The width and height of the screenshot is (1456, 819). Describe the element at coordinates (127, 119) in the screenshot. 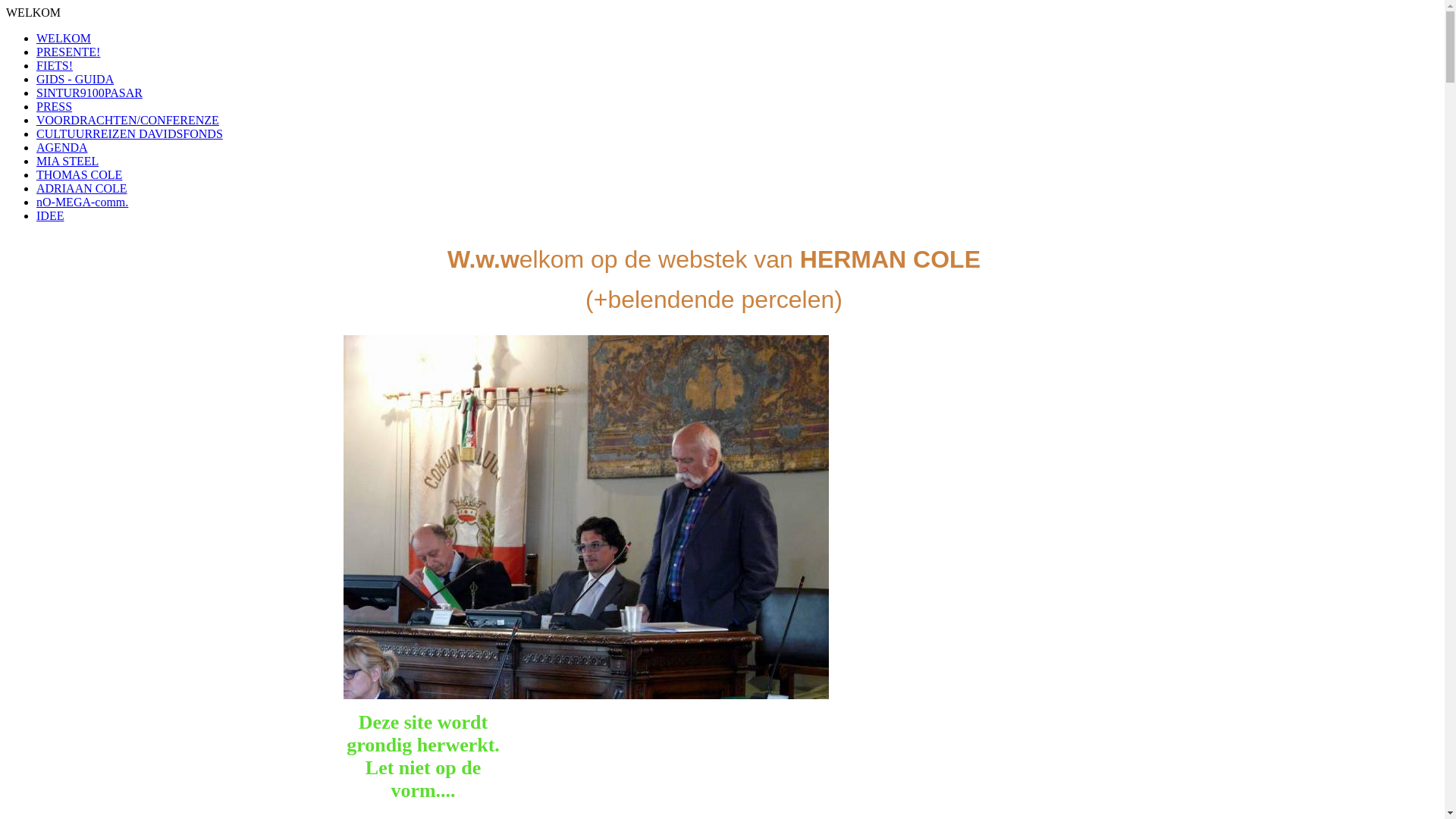

I see `'VOORDRACHTEN/CONFERENZE'` at that location.